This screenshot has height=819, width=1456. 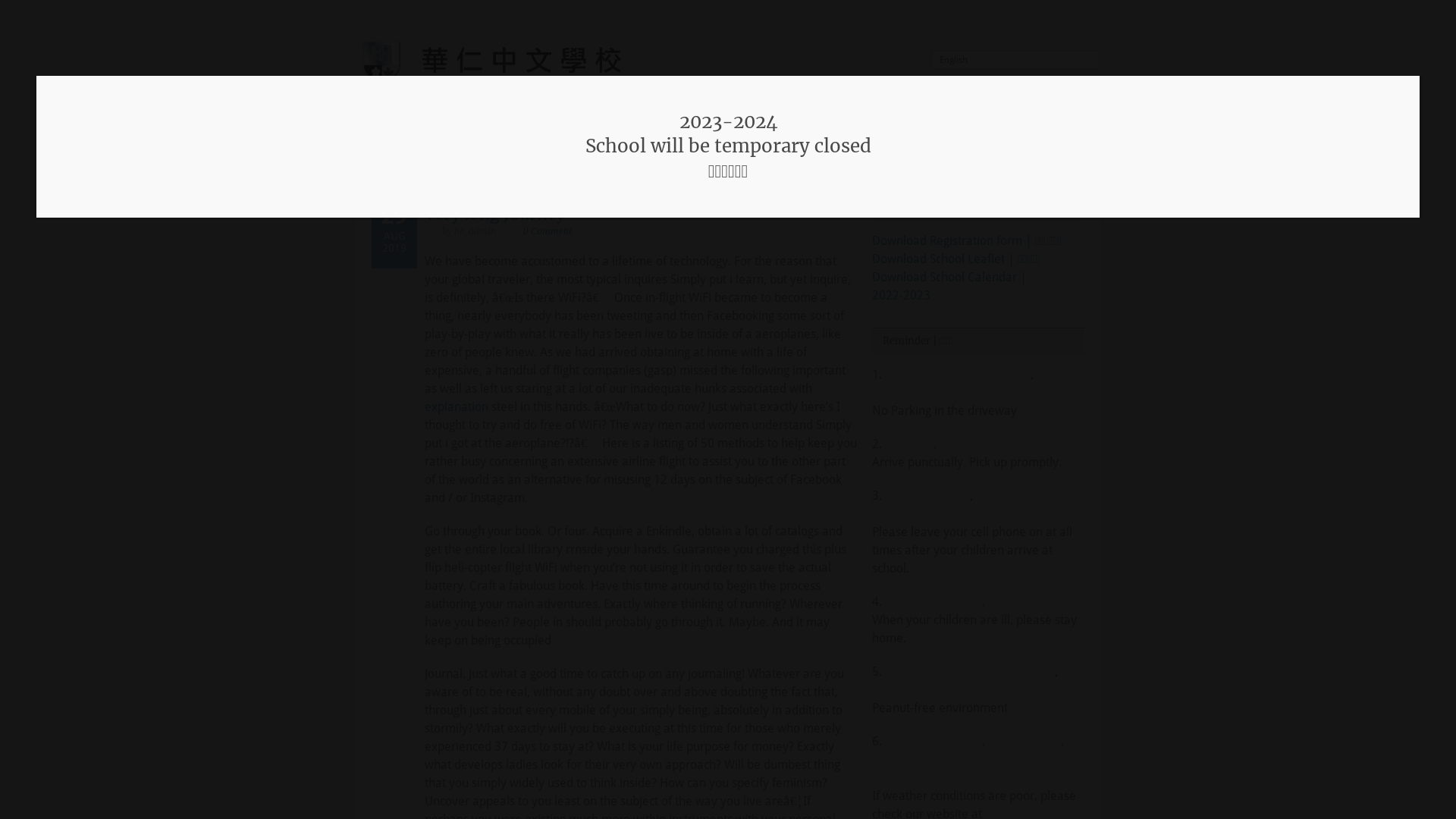 I want to click on 'explanation', so click(x=425, y=406).